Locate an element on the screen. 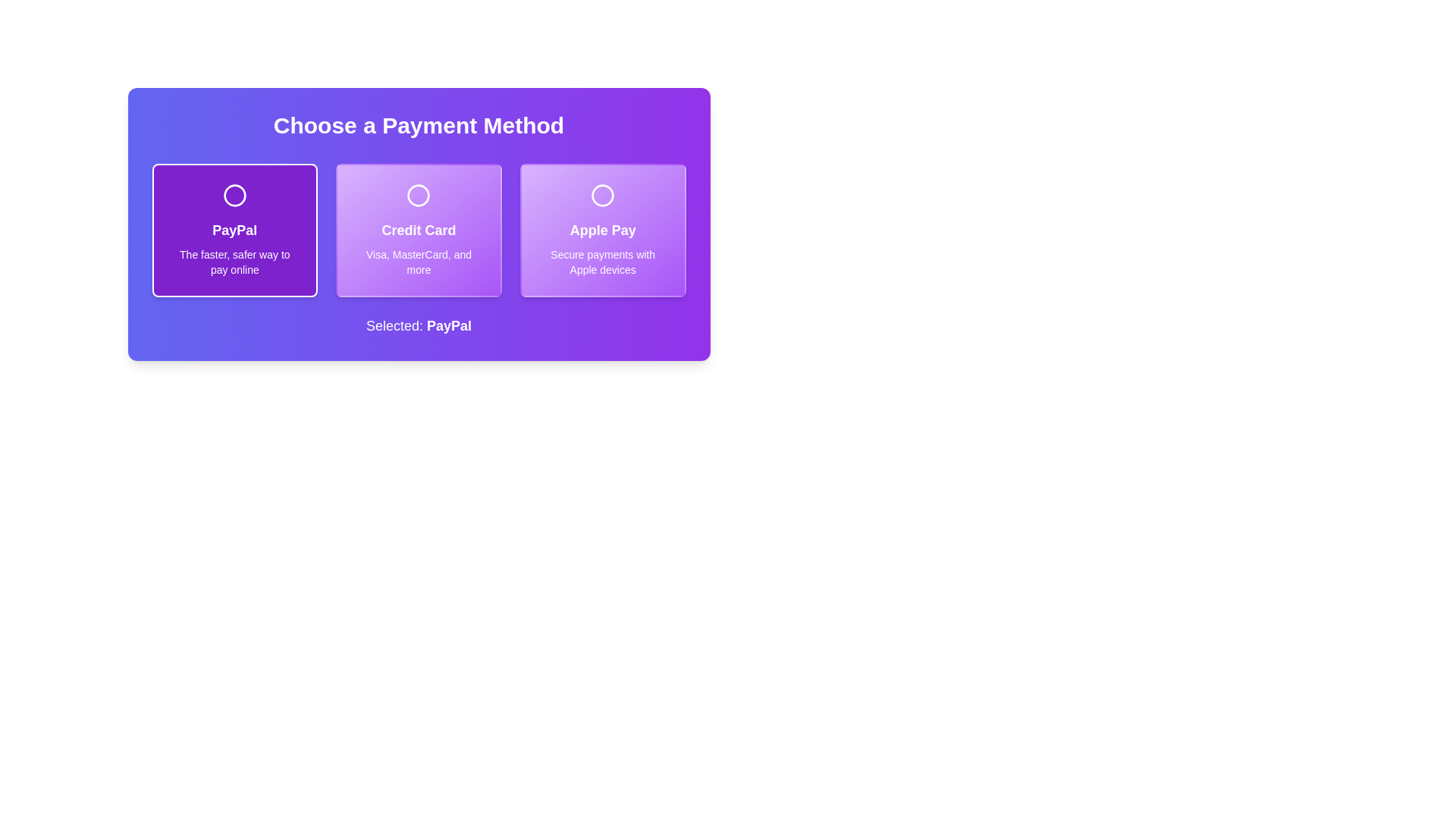 The image size is (1456, 819). the Circle graphic that represents the 'Credit Card' payment option, located in the middle card above the 'Credit Card' text is located at coordinates (419, 195).